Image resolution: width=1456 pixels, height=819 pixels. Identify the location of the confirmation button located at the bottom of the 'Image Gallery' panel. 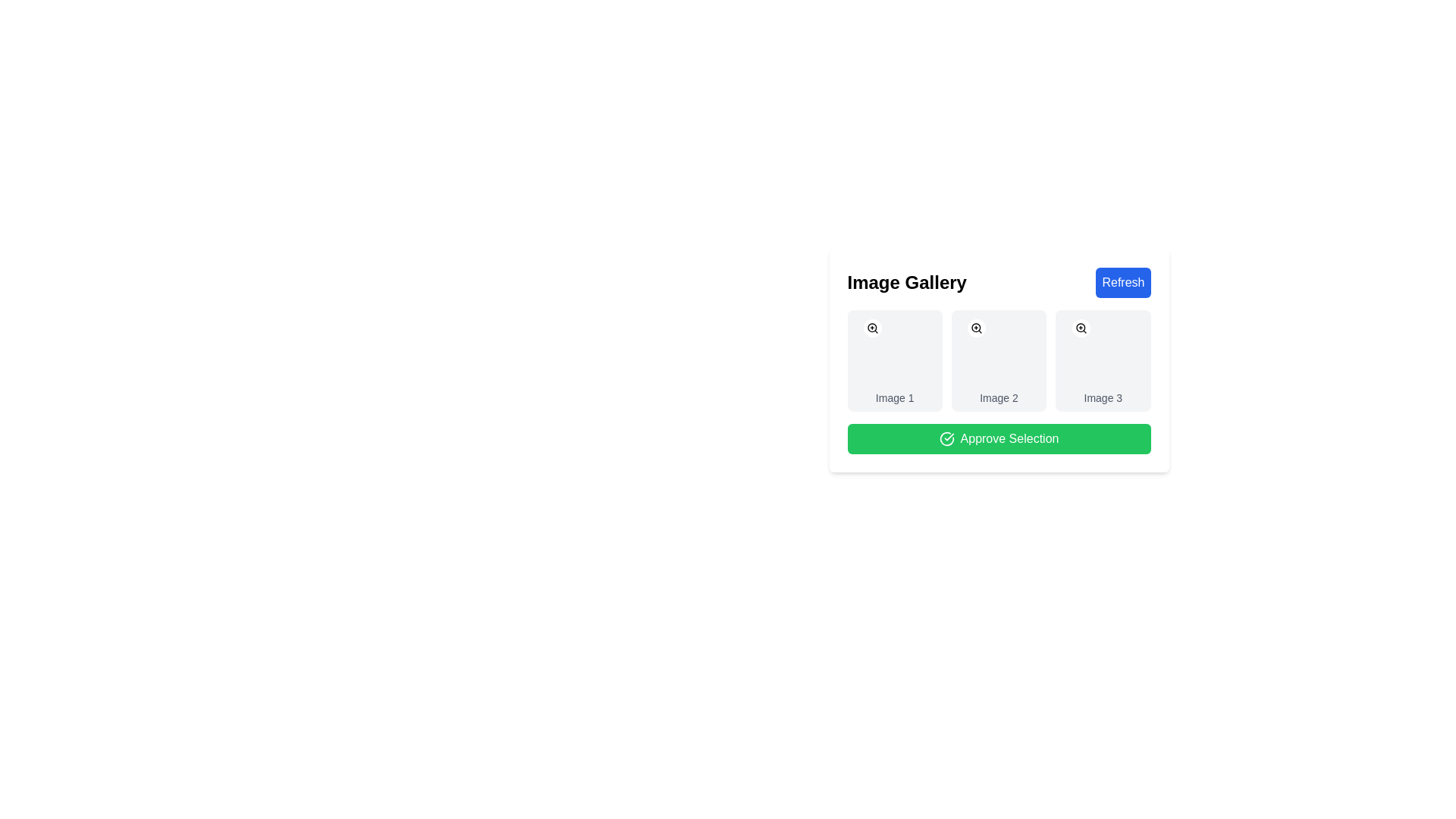
(999, 438).